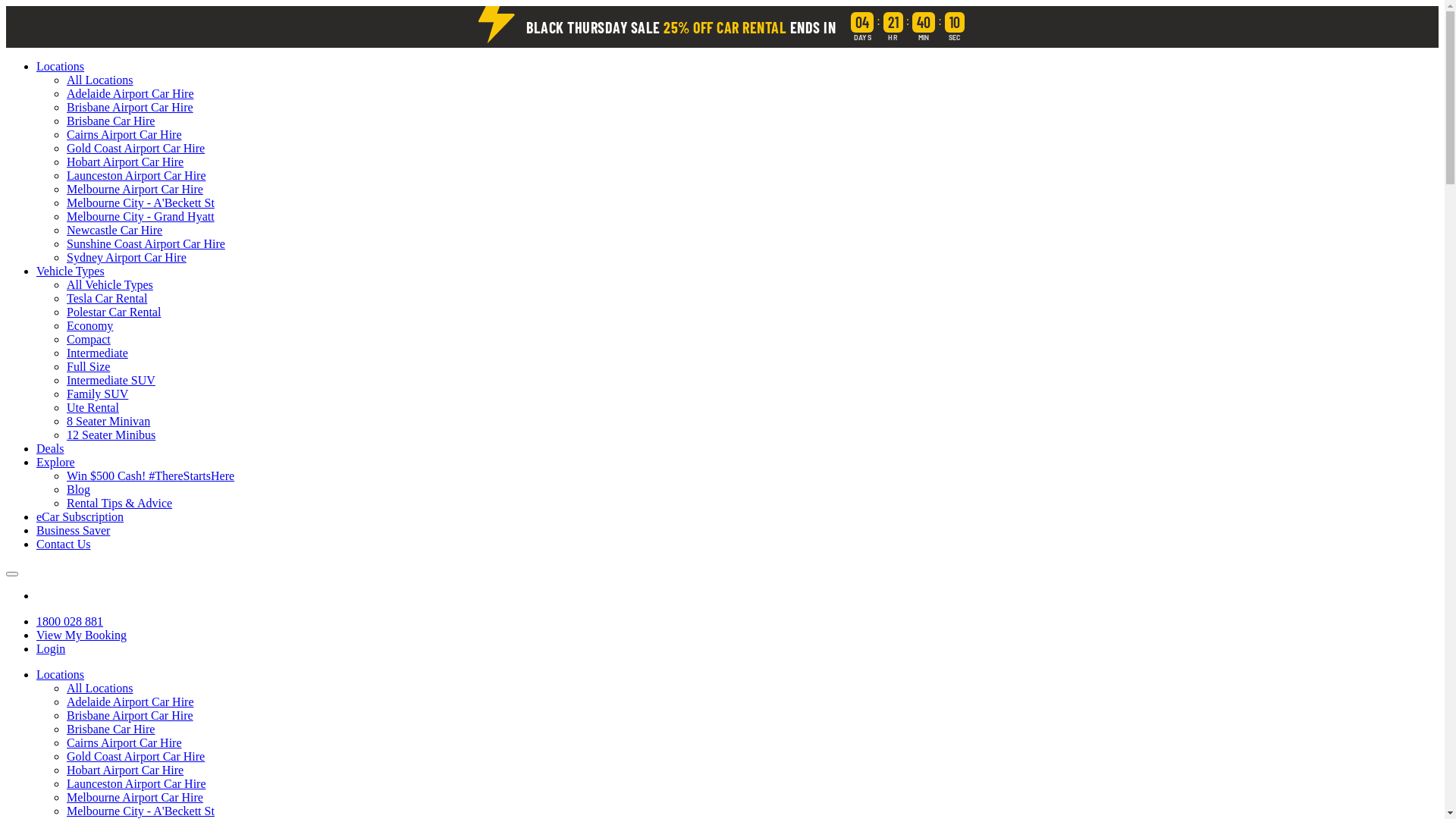  I want to click on 'Brisbane Car Hire', so click(109, 728).